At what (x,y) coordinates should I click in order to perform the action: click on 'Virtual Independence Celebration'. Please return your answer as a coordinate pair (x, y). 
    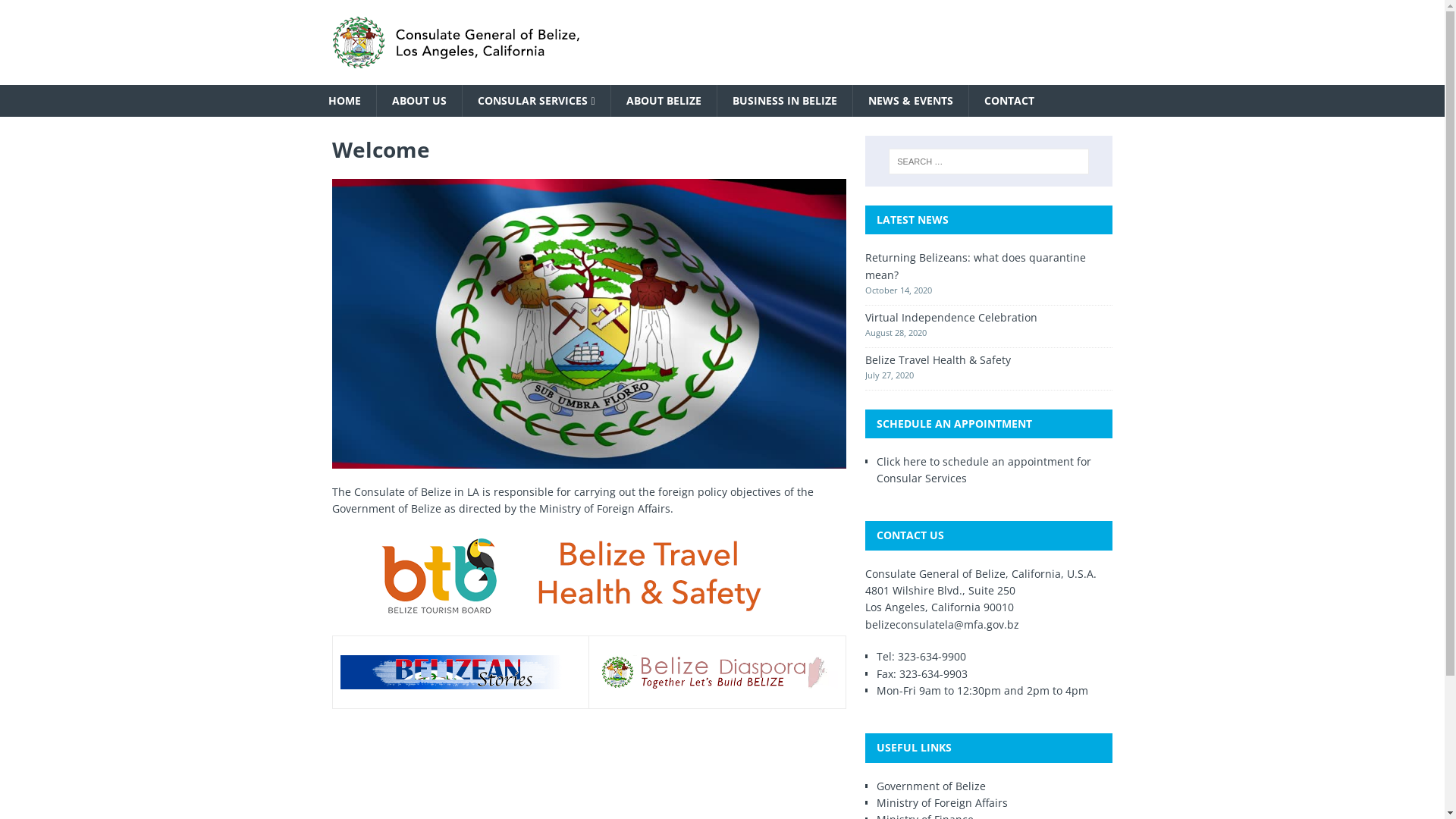
    Looking at the image, I should click on (865, 316).